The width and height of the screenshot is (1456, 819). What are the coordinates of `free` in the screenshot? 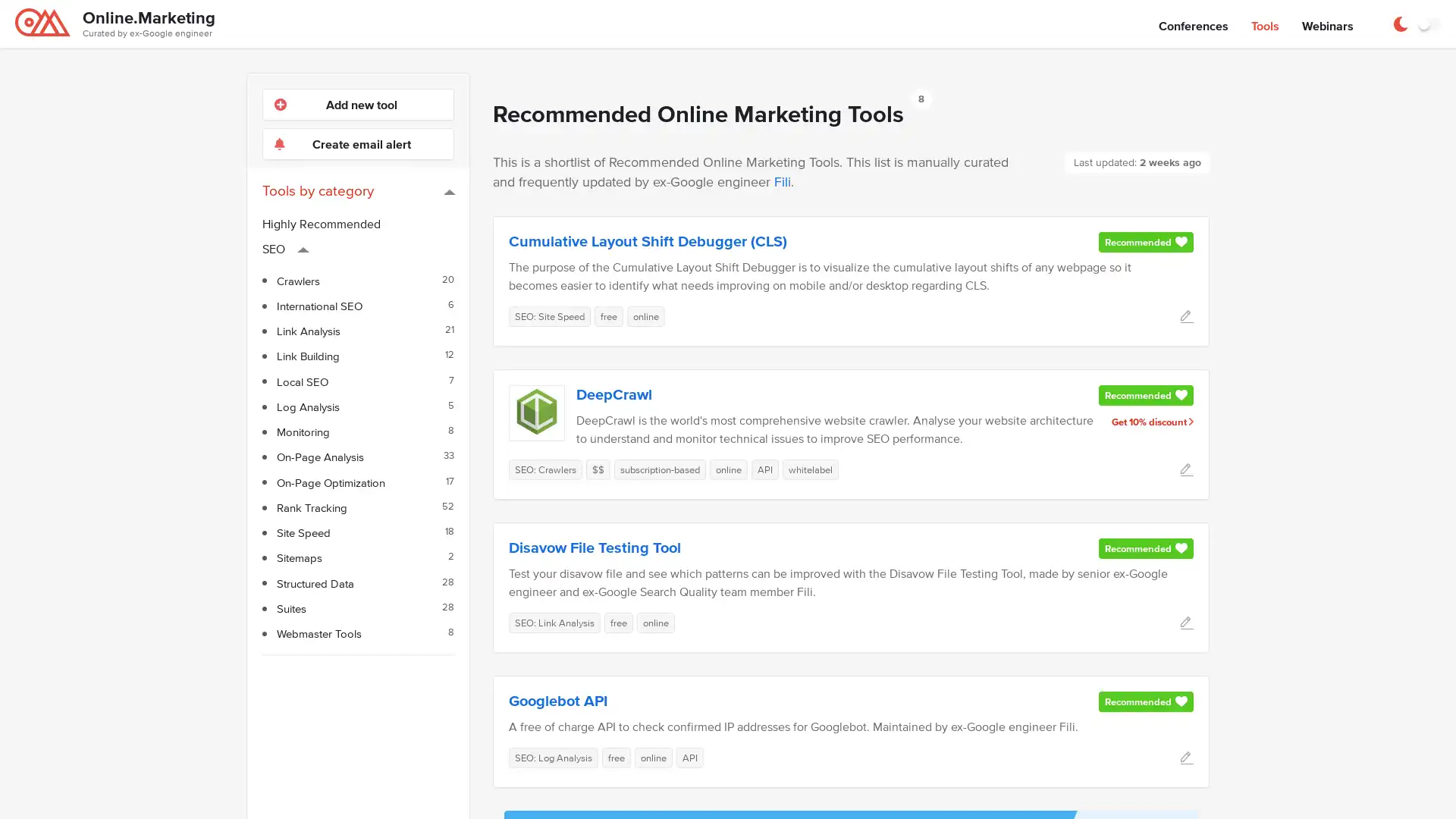 It's located at (608, 315).